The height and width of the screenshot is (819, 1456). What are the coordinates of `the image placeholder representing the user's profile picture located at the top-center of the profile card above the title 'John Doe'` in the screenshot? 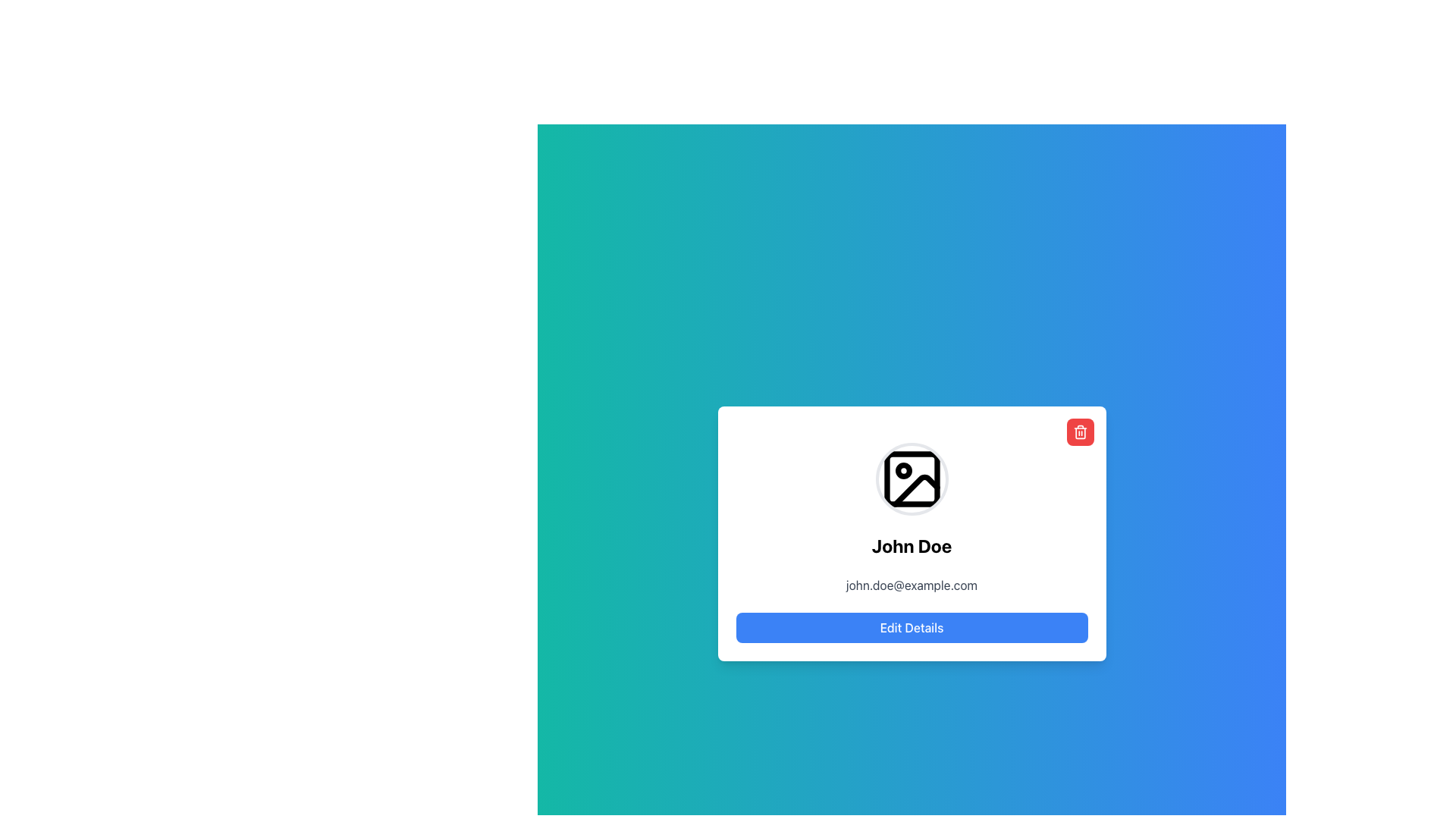 It's located at (911, 479).